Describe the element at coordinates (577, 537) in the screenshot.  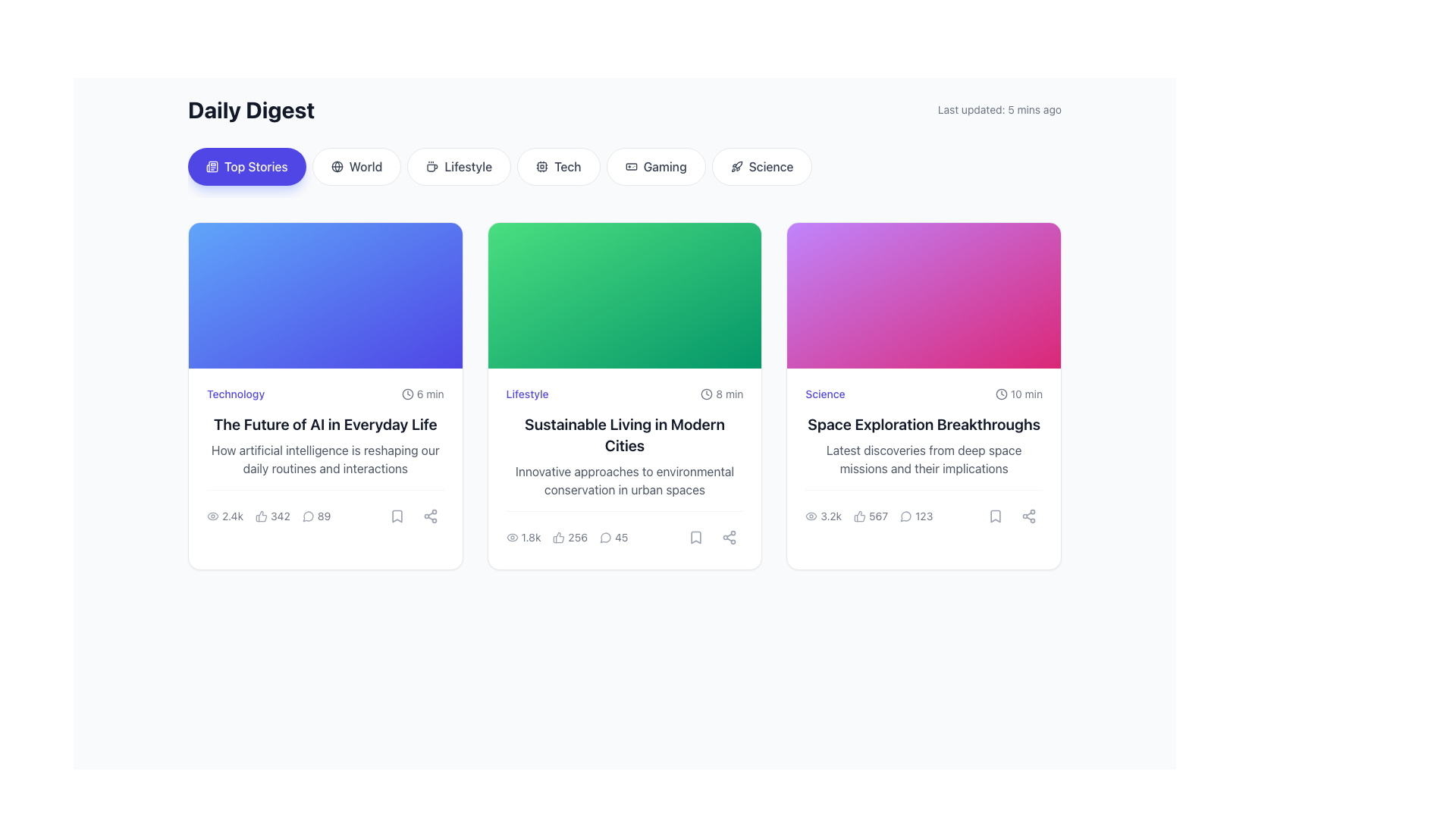
I see `the text label displaying the number '256', which is styled in gray and positioned between a thumbs-up icon and a comment icon on the second content card` at that location.